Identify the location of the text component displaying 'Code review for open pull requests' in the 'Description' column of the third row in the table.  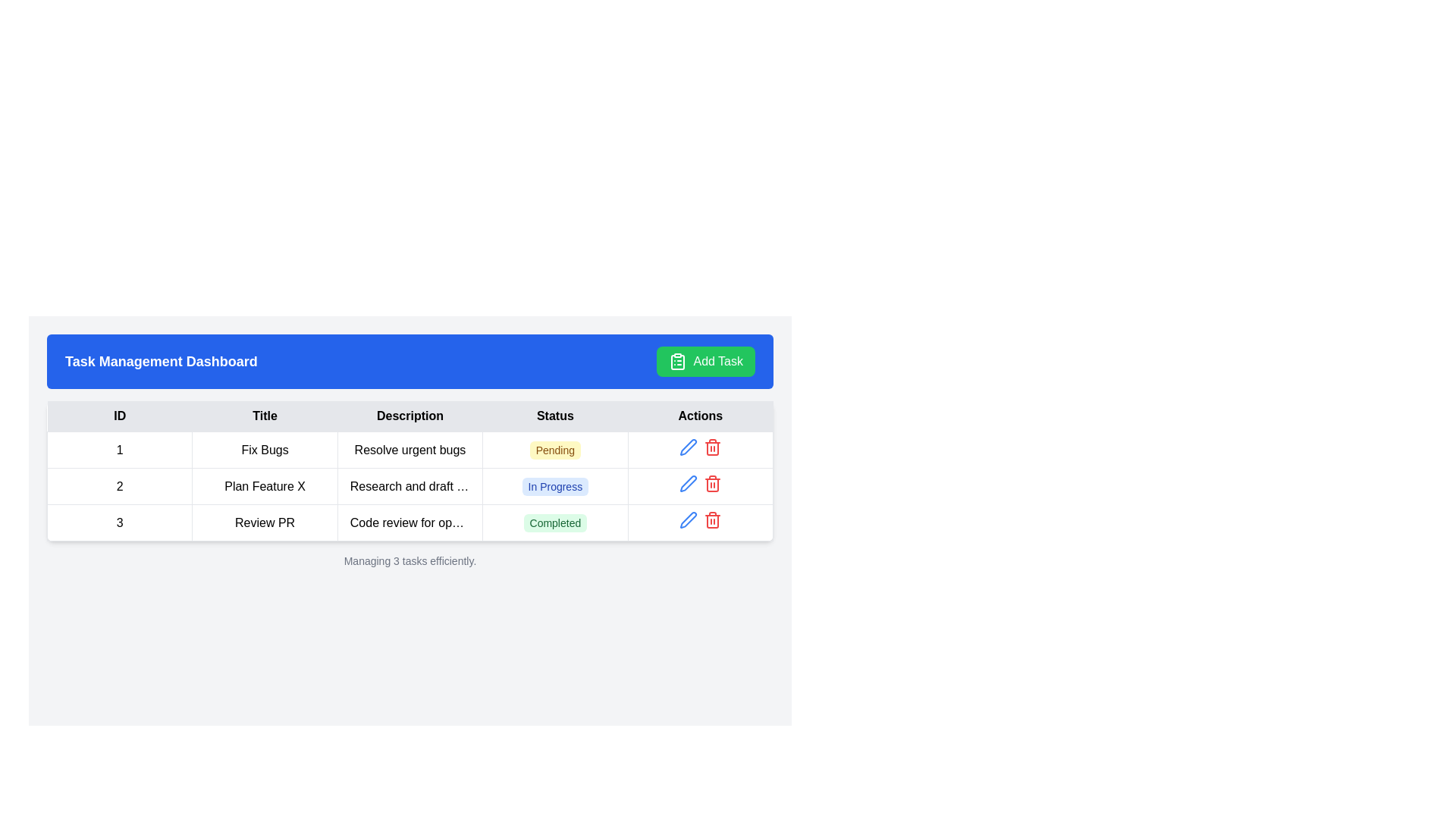
(410, 522).